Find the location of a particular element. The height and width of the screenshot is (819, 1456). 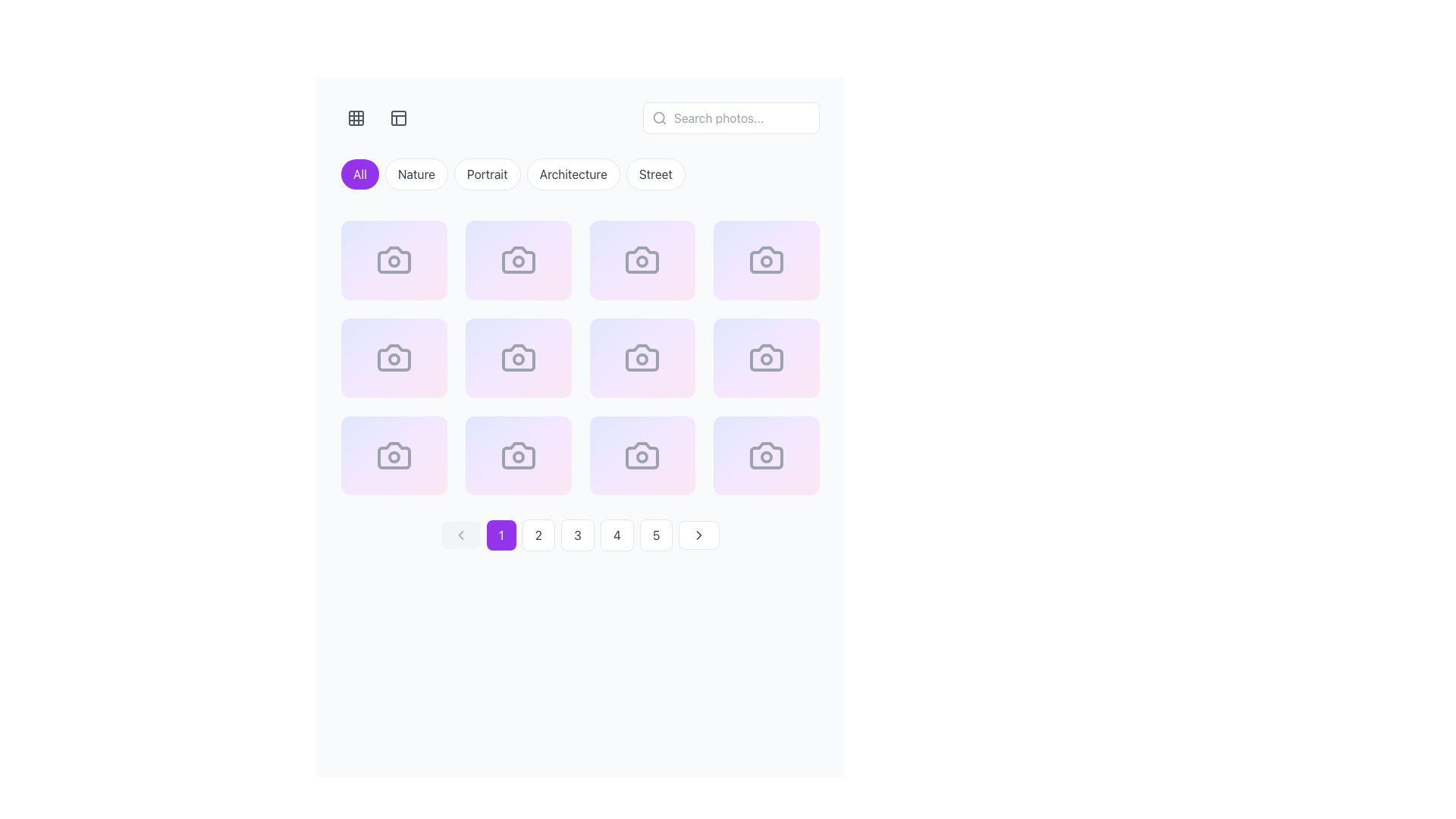

the left-arrow navigation control button located at the bottom of the display is located at coordinates (460, 535).